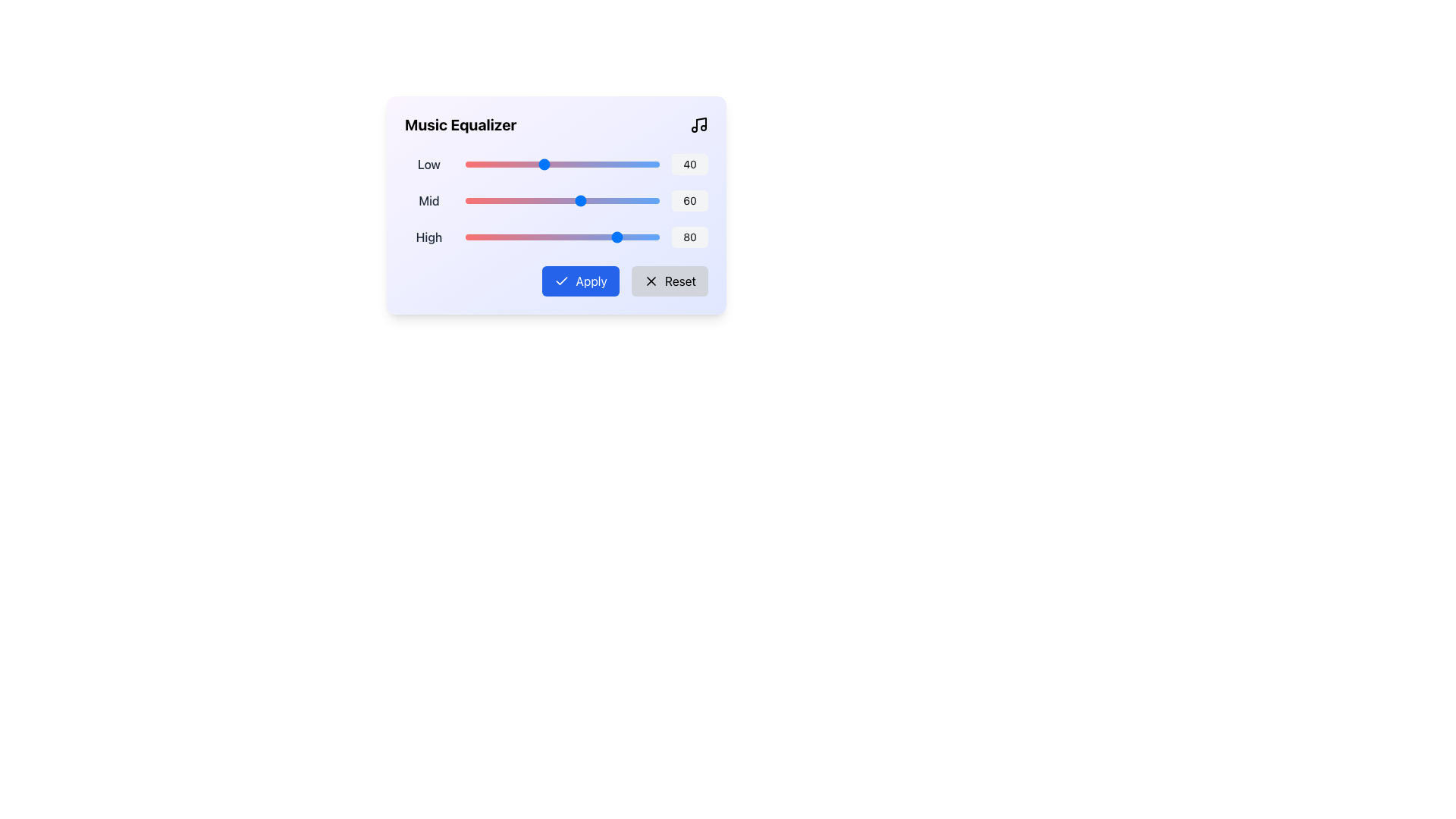  Describe the element at coordinates (561, 281) in the screenshot. I see `the 'Apply' icon located within the blue button, which signifies confirming changes to settings` at that location.